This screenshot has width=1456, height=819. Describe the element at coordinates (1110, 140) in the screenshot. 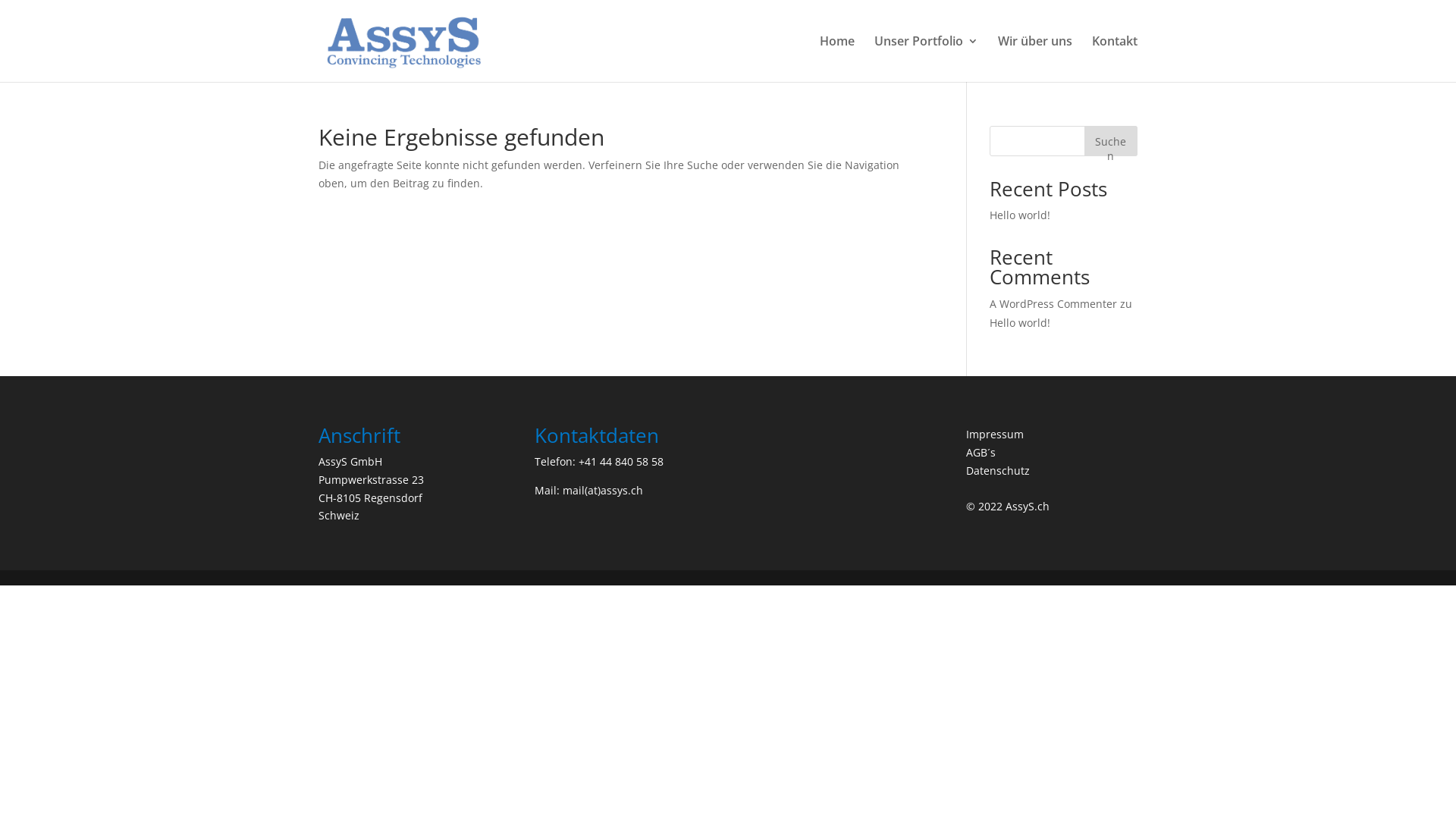

I see `'Suchen'` at that location.